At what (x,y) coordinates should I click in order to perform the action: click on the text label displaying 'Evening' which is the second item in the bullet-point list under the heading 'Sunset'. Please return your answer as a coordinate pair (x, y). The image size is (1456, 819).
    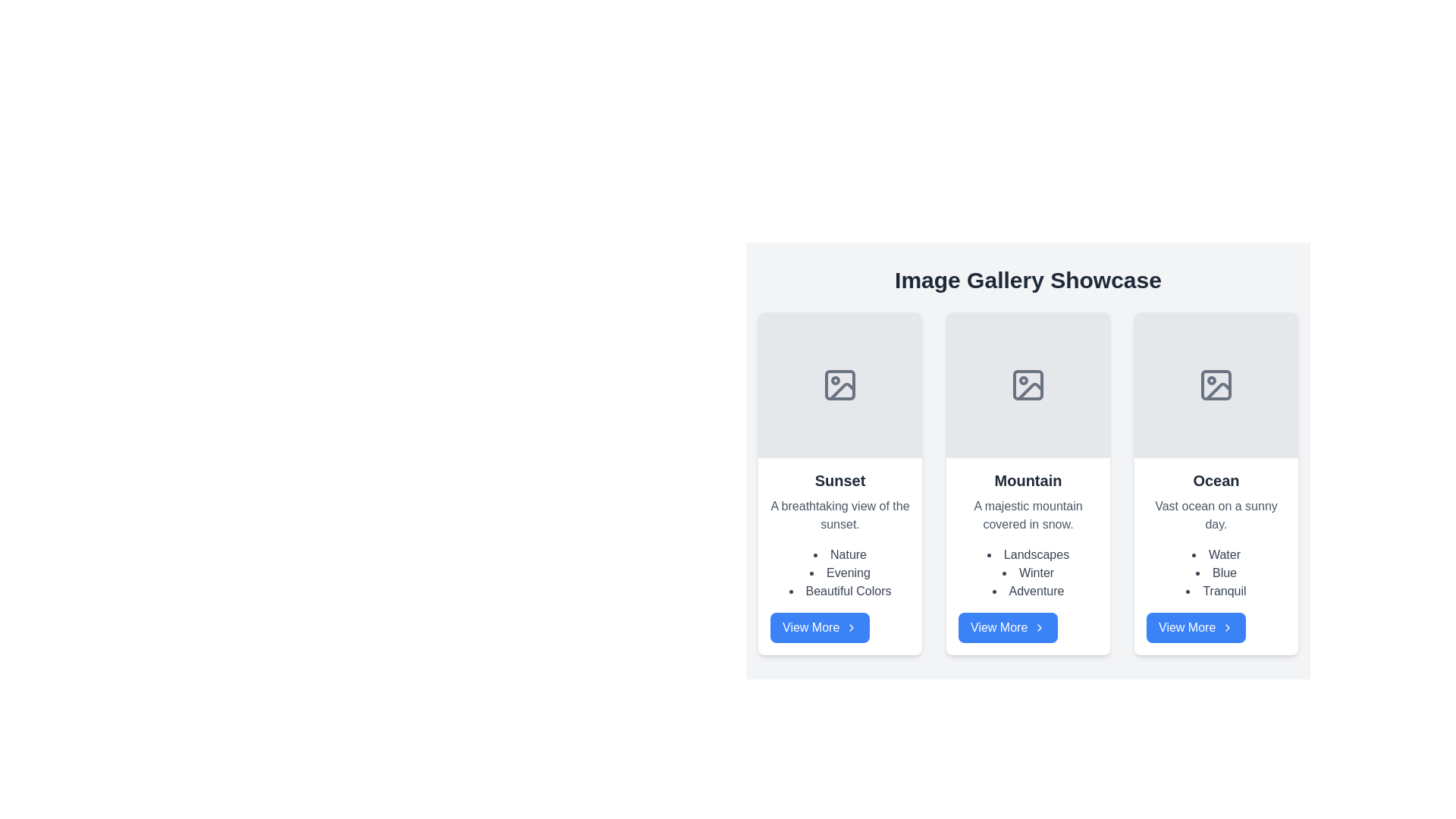
    Looking at the image, I should click on (839, 573).